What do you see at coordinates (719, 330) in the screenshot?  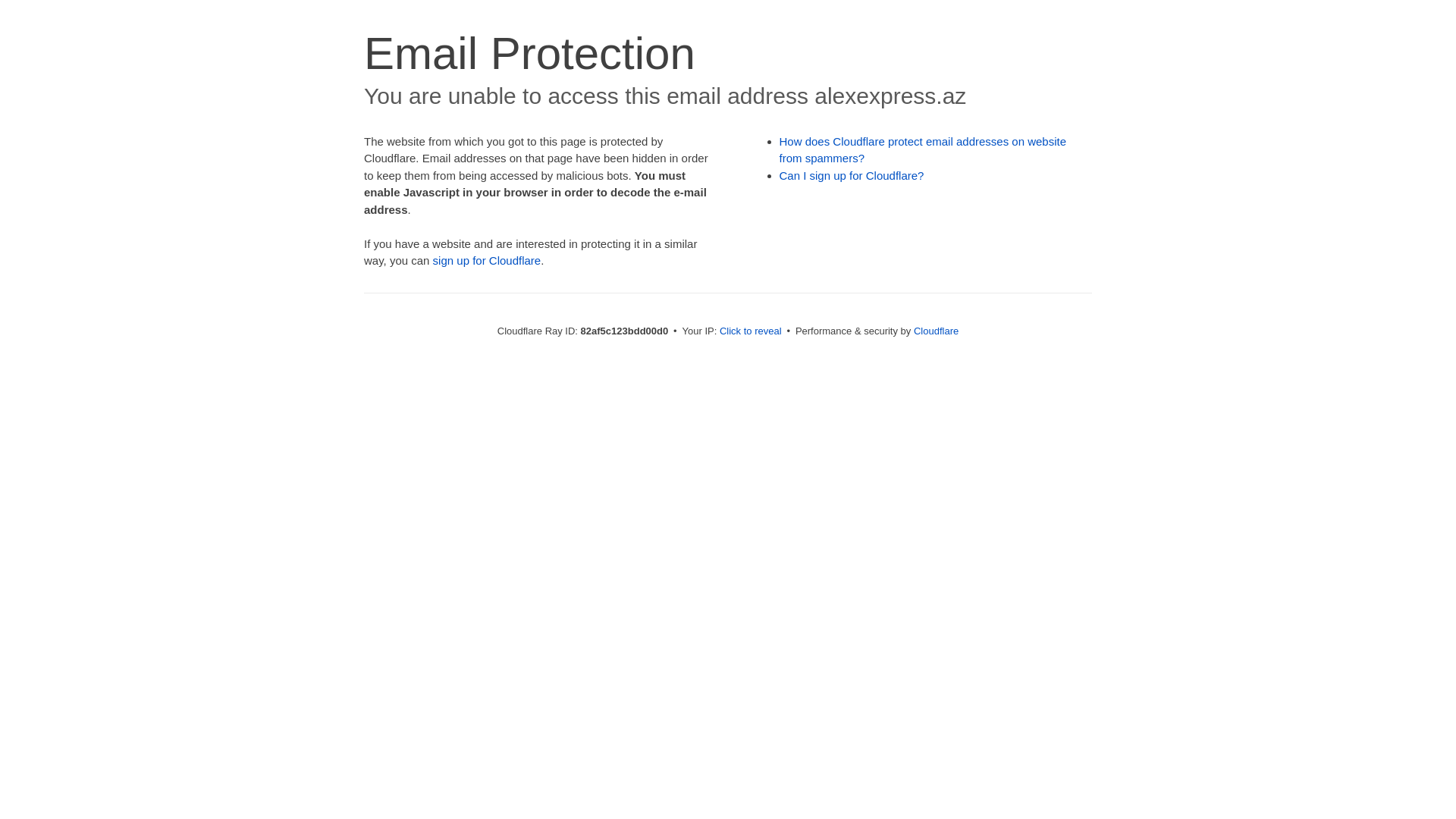 I see `'Click to reveal'` at bounding box center [719, 330].